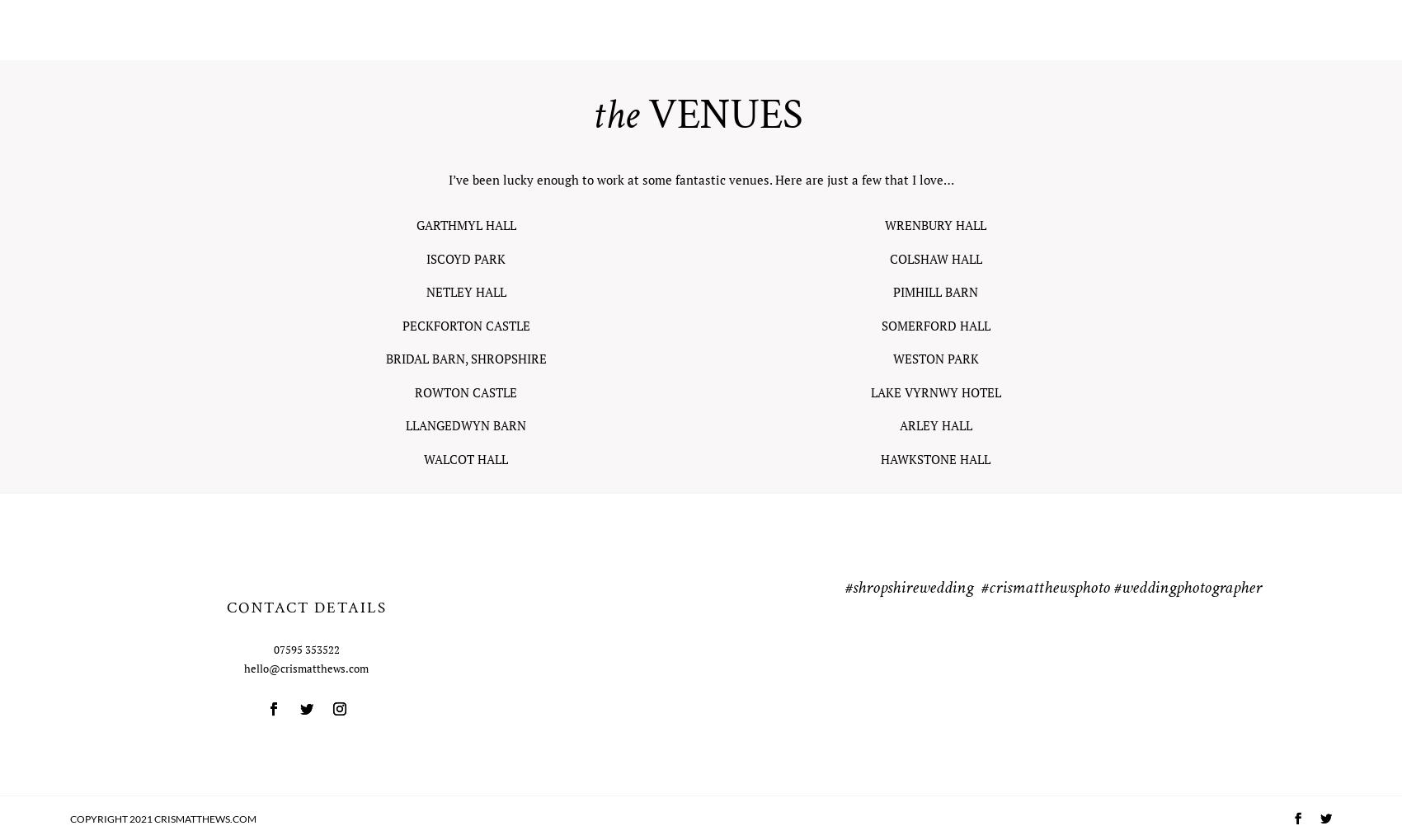 Image resolution: width=1402 pixels, height=840 pixels. I want to click on 'GARTHMYL HALL', so click(416, 224).